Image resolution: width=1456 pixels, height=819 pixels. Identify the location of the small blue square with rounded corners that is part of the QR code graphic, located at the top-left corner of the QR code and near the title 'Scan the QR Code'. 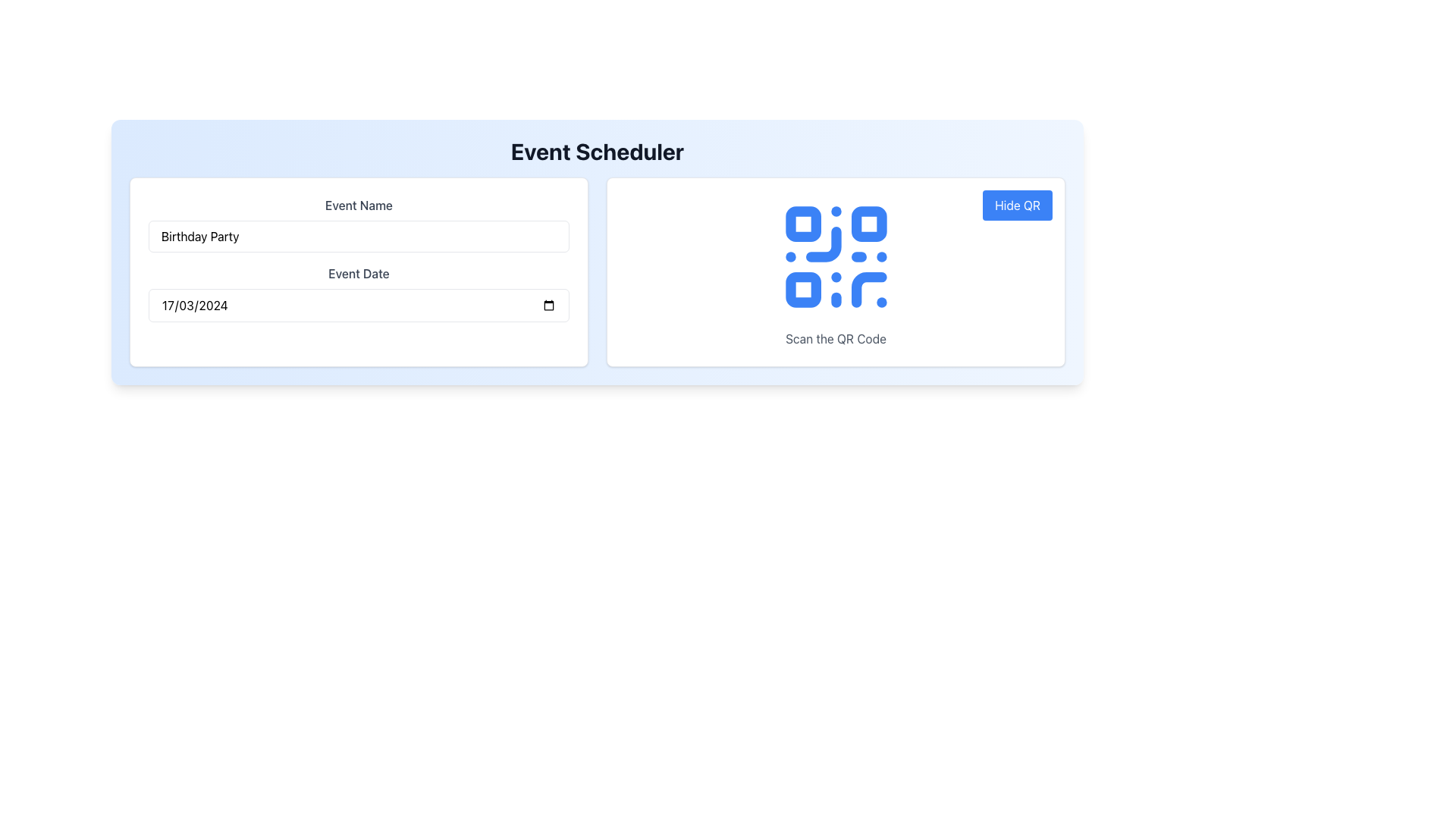
(802, 224).